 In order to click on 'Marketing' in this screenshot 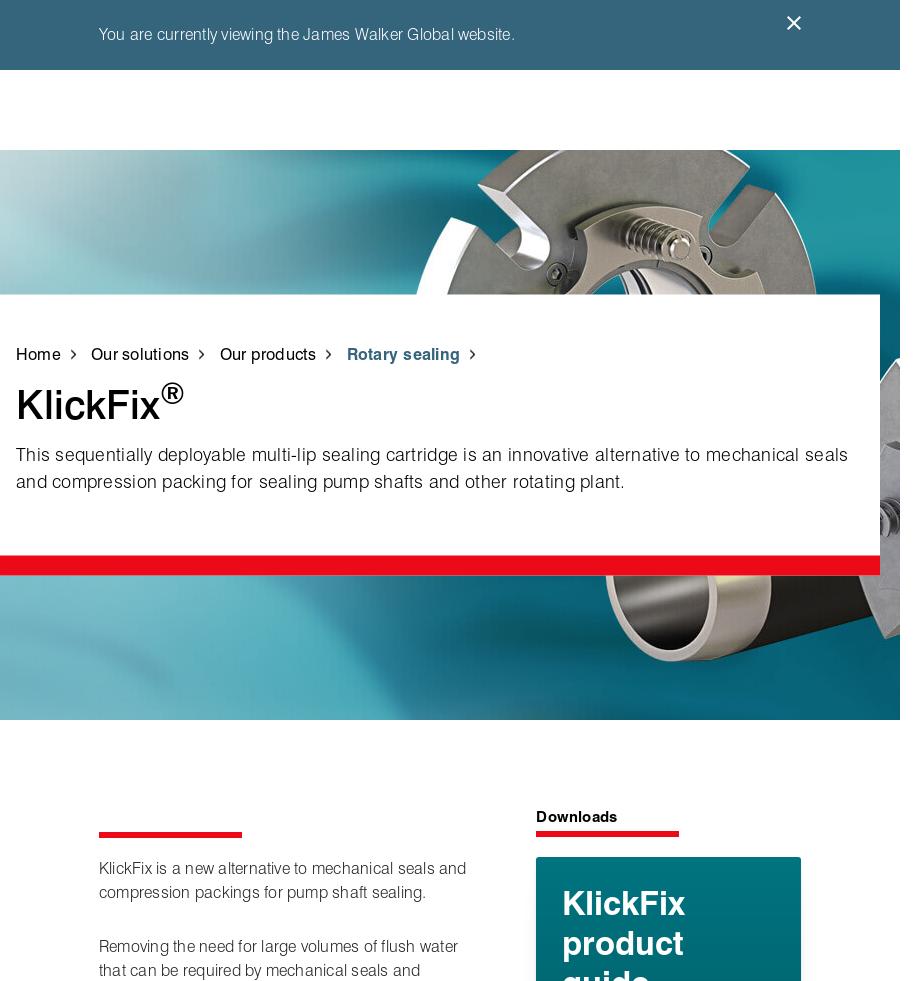, I will do `click(780, 539)`.